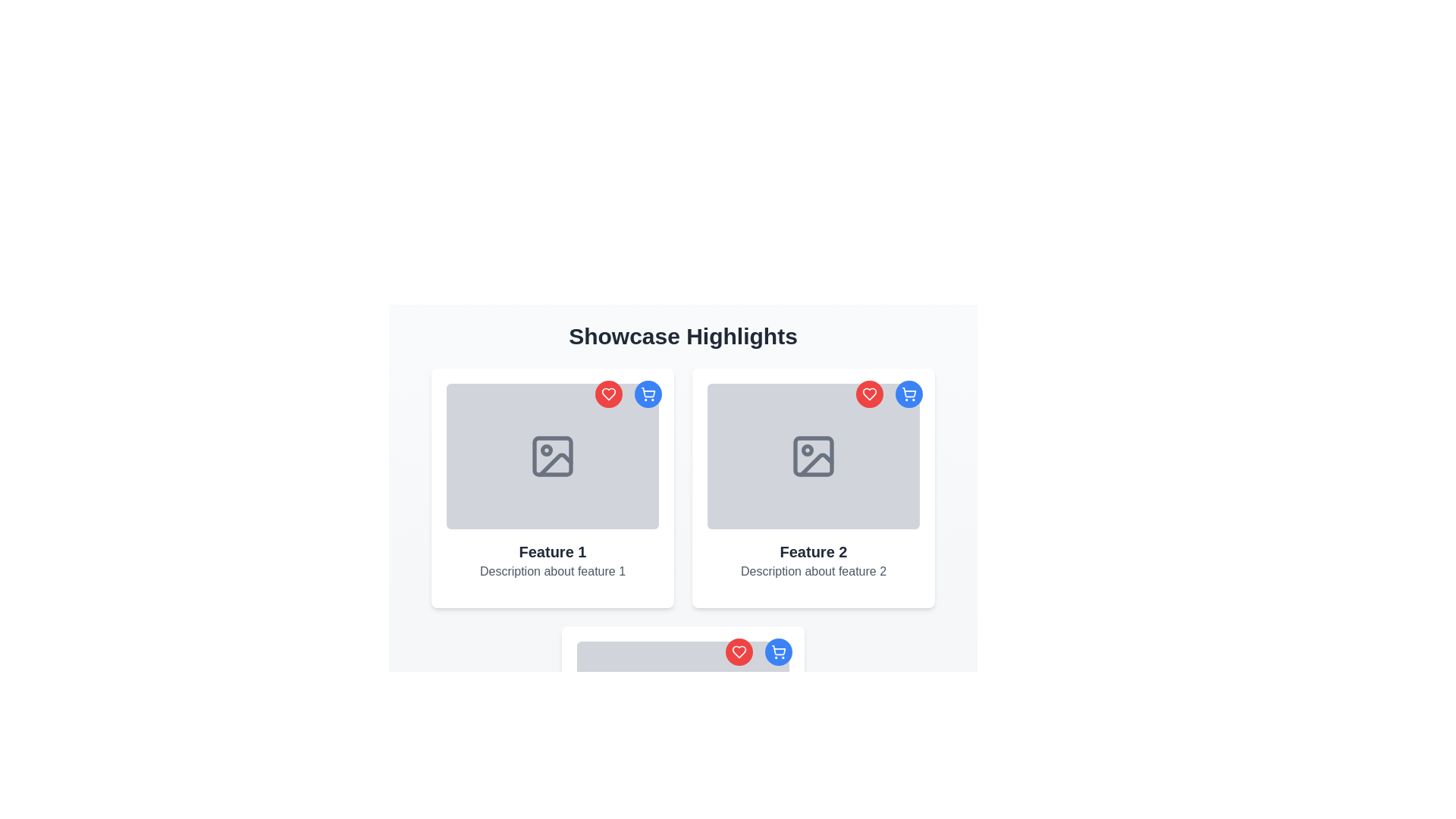 The image size is (1456, 819). What do you see at coordinates (739, 651) in the screenshot?
I see `the red circular button with a white heart icon located` at bounding box center [739, 651].